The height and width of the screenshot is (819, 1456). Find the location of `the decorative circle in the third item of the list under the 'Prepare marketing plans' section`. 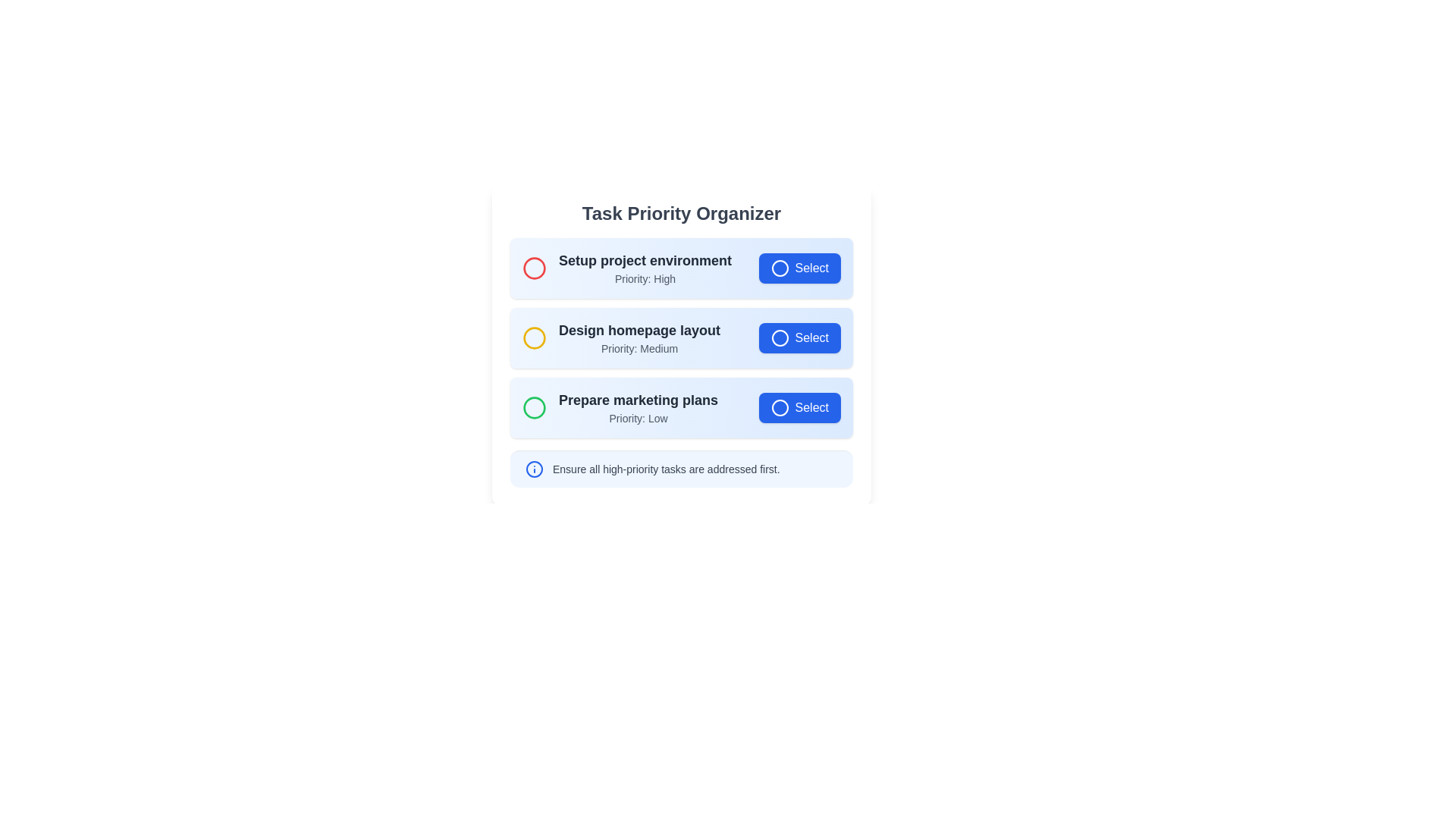

the decorative circle in the third item of the list under the 'Prepare marketing plans' section is located at coordinates (535, 406).